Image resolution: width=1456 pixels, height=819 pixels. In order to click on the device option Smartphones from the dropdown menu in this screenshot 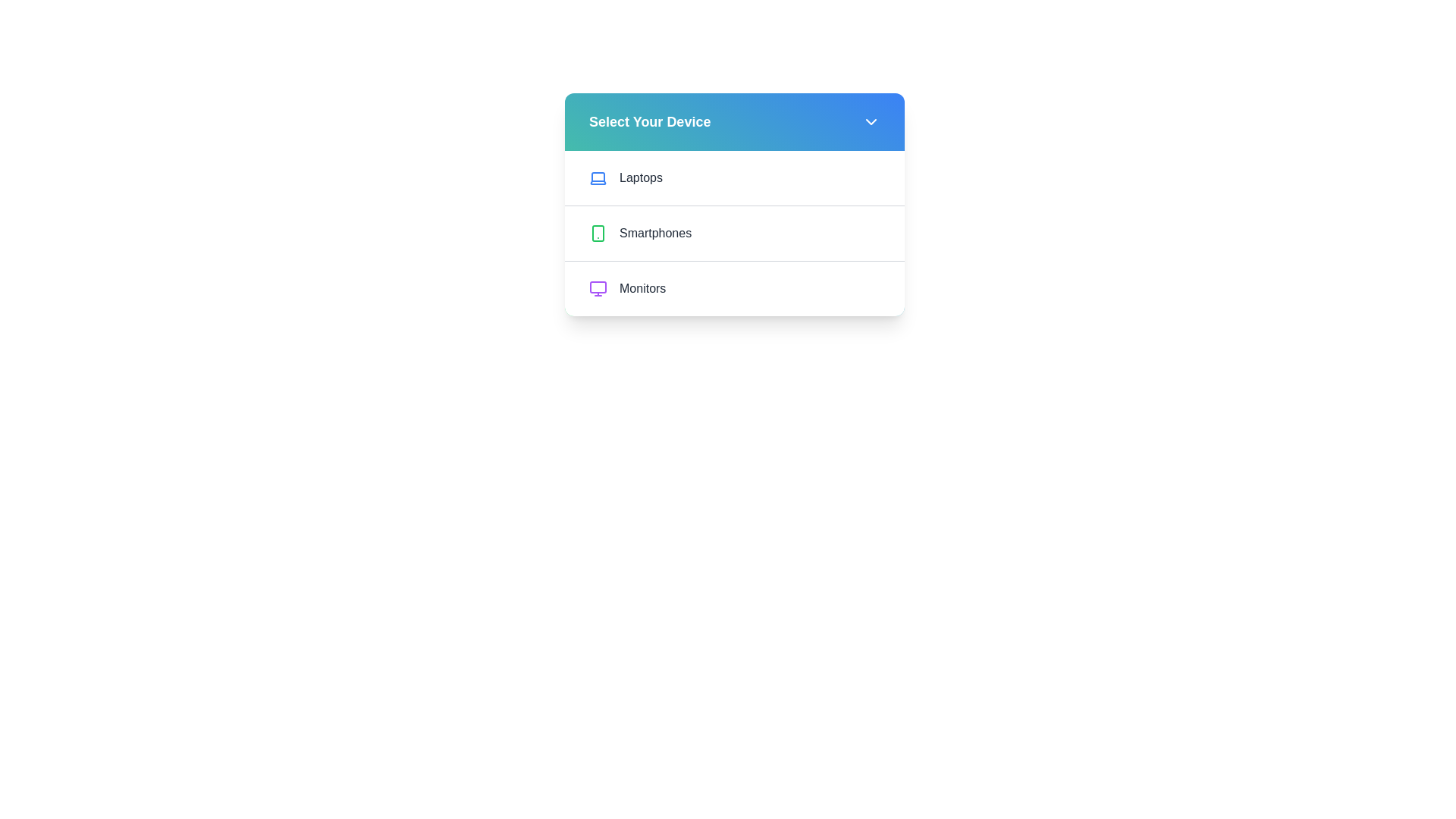, I will do `click(735, 233)`.